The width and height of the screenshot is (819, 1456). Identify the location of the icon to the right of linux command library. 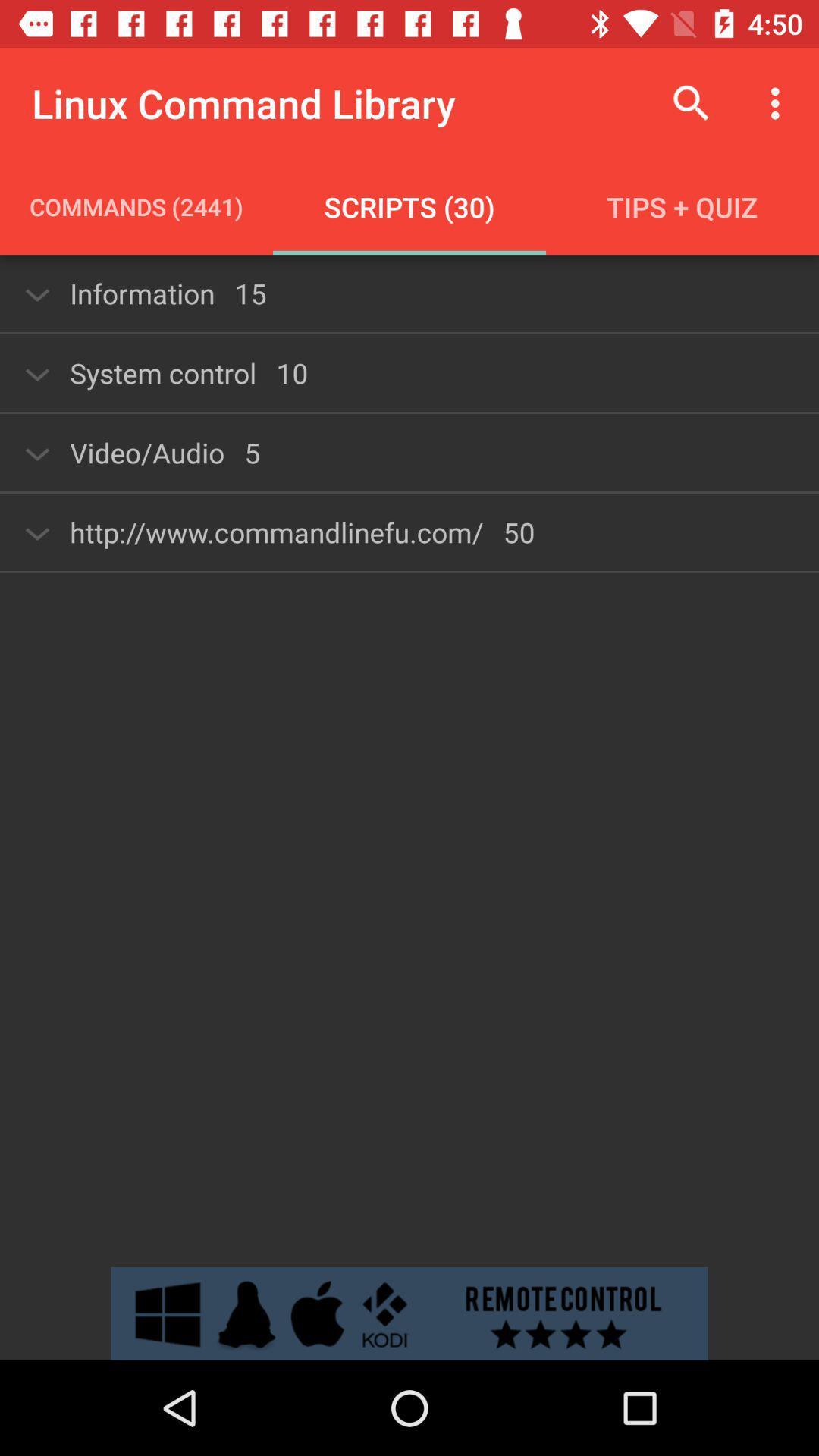
(691, 102).